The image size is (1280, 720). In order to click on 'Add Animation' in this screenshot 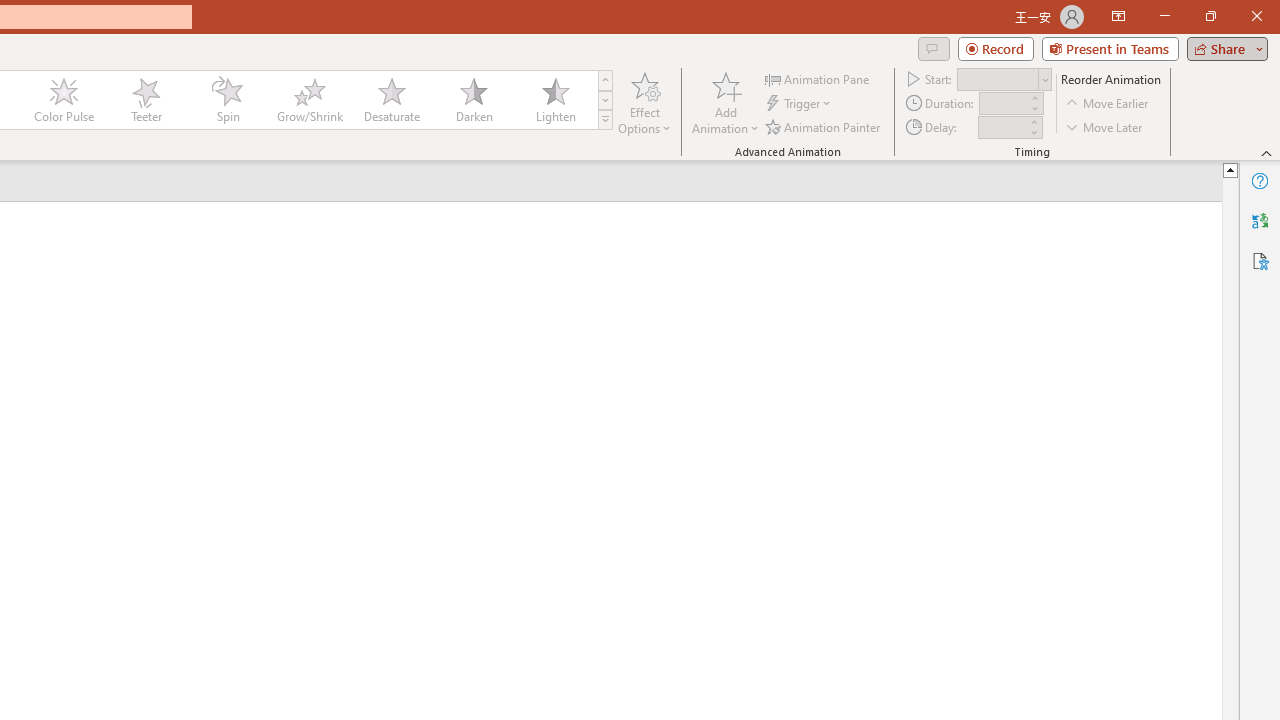, I will do `click(724, 103)`.